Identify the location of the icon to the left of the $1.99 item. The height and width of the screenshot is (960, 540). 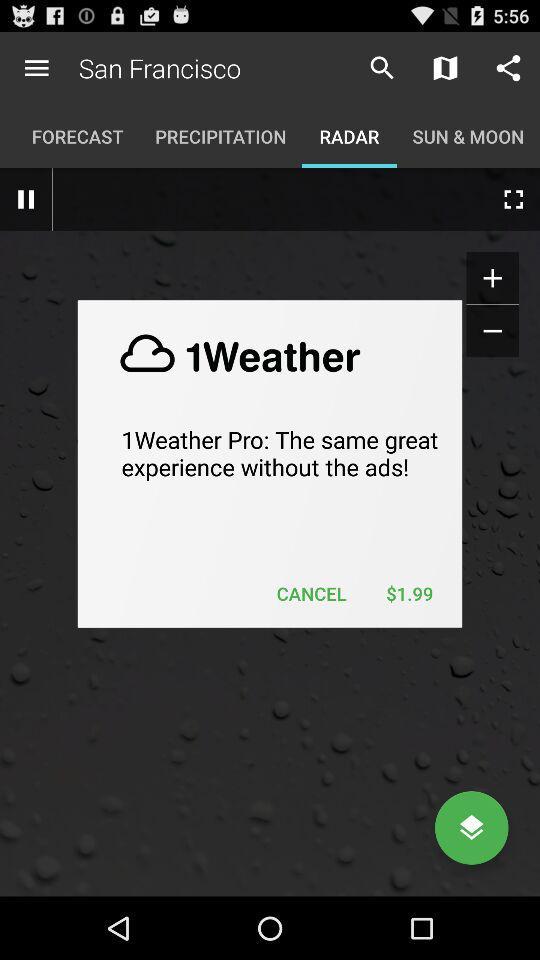
(311, 593).